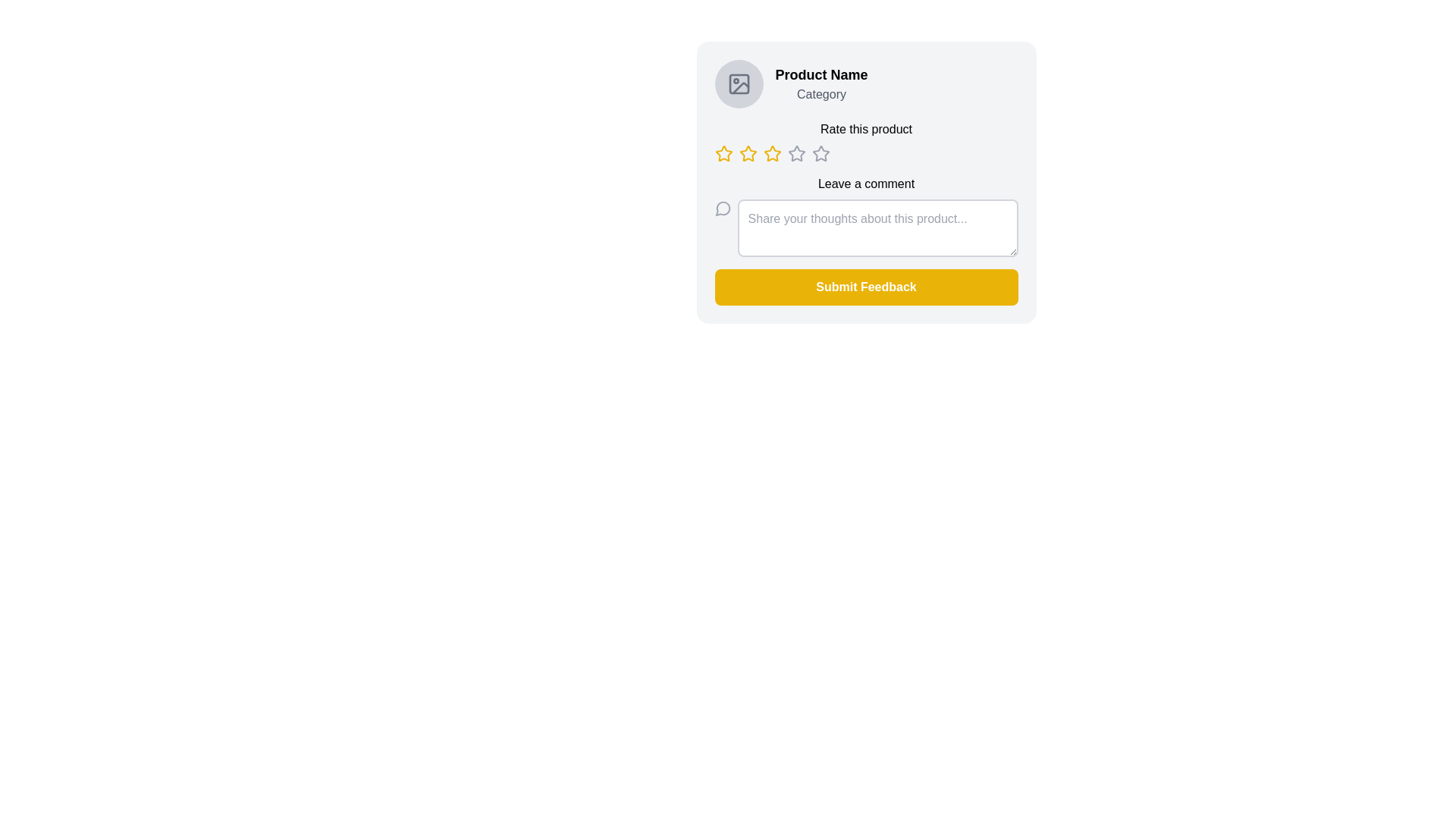 This screenshot has height=819, width=1456. Describe the element at coordinates (772, 154) in the screenshot. I see `the fourth star icon for rating, which is styled in yellow to indicate it is active` at that location.